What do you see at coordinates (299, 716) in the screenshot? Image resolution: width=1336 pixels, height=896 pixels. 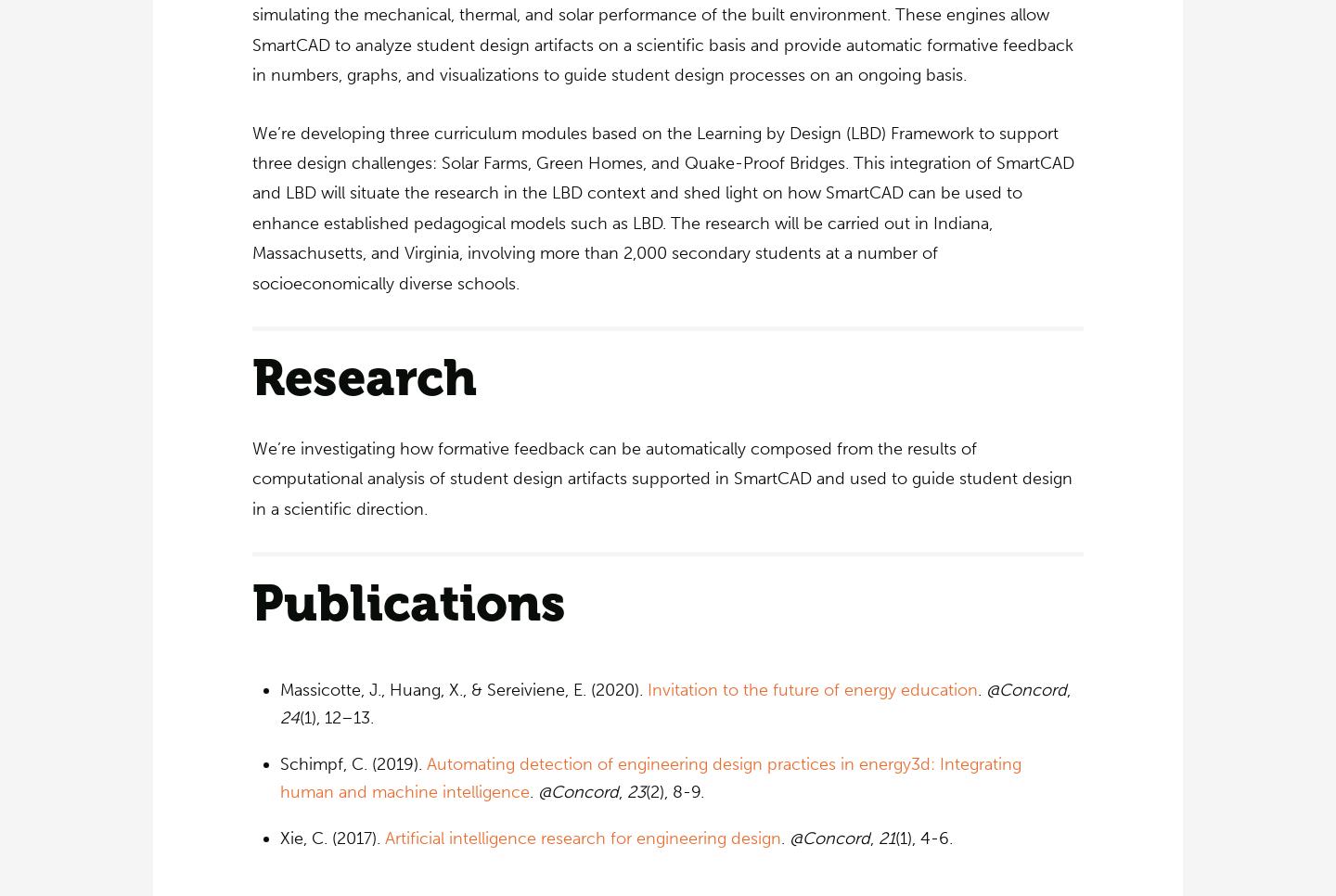 I see `'(1), 12–13.'` at bounding box center [299, 716].